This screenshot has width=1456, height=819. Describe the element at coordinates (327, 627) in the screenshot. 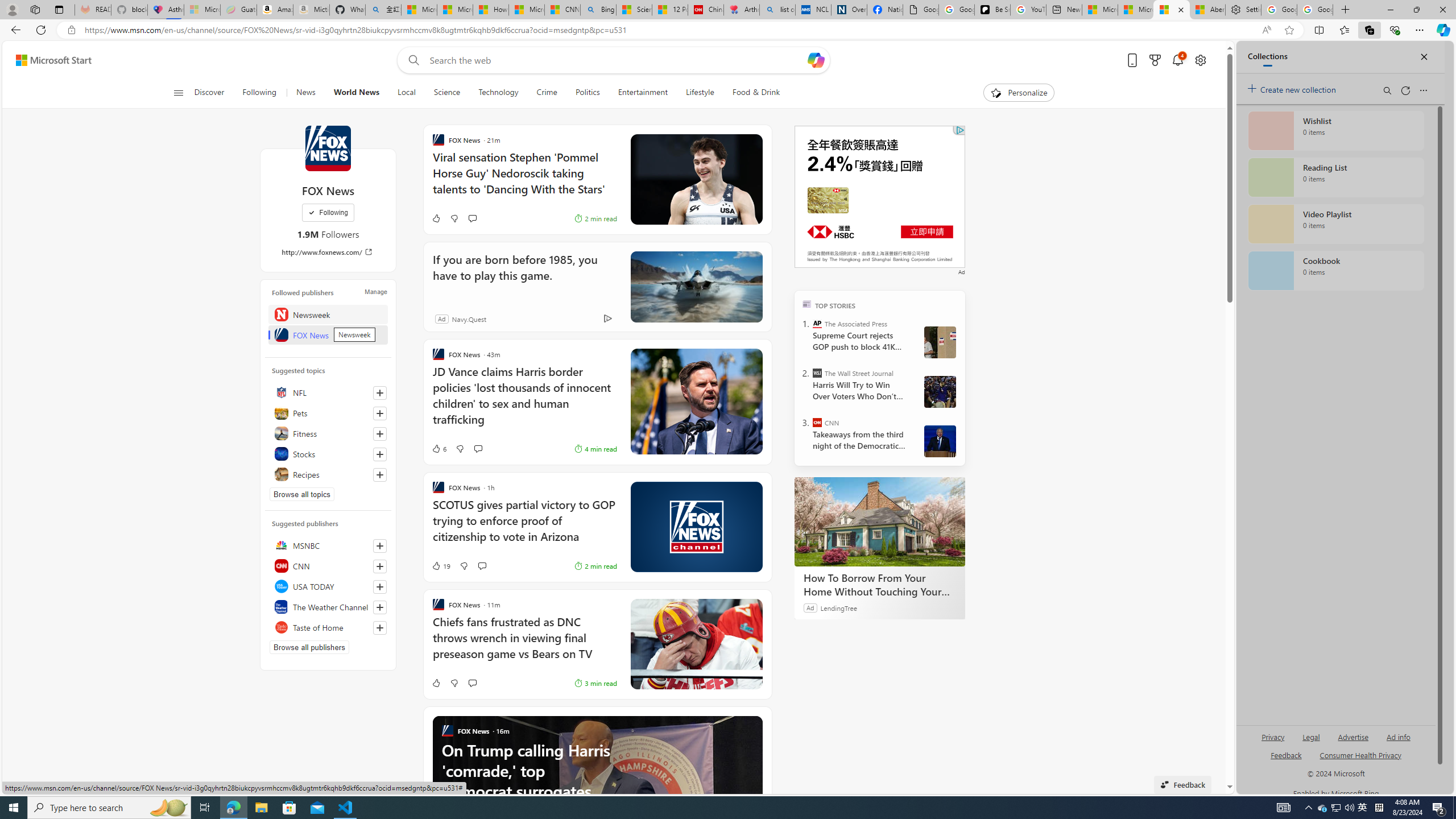

I see `'Taste of Home'` at that location.